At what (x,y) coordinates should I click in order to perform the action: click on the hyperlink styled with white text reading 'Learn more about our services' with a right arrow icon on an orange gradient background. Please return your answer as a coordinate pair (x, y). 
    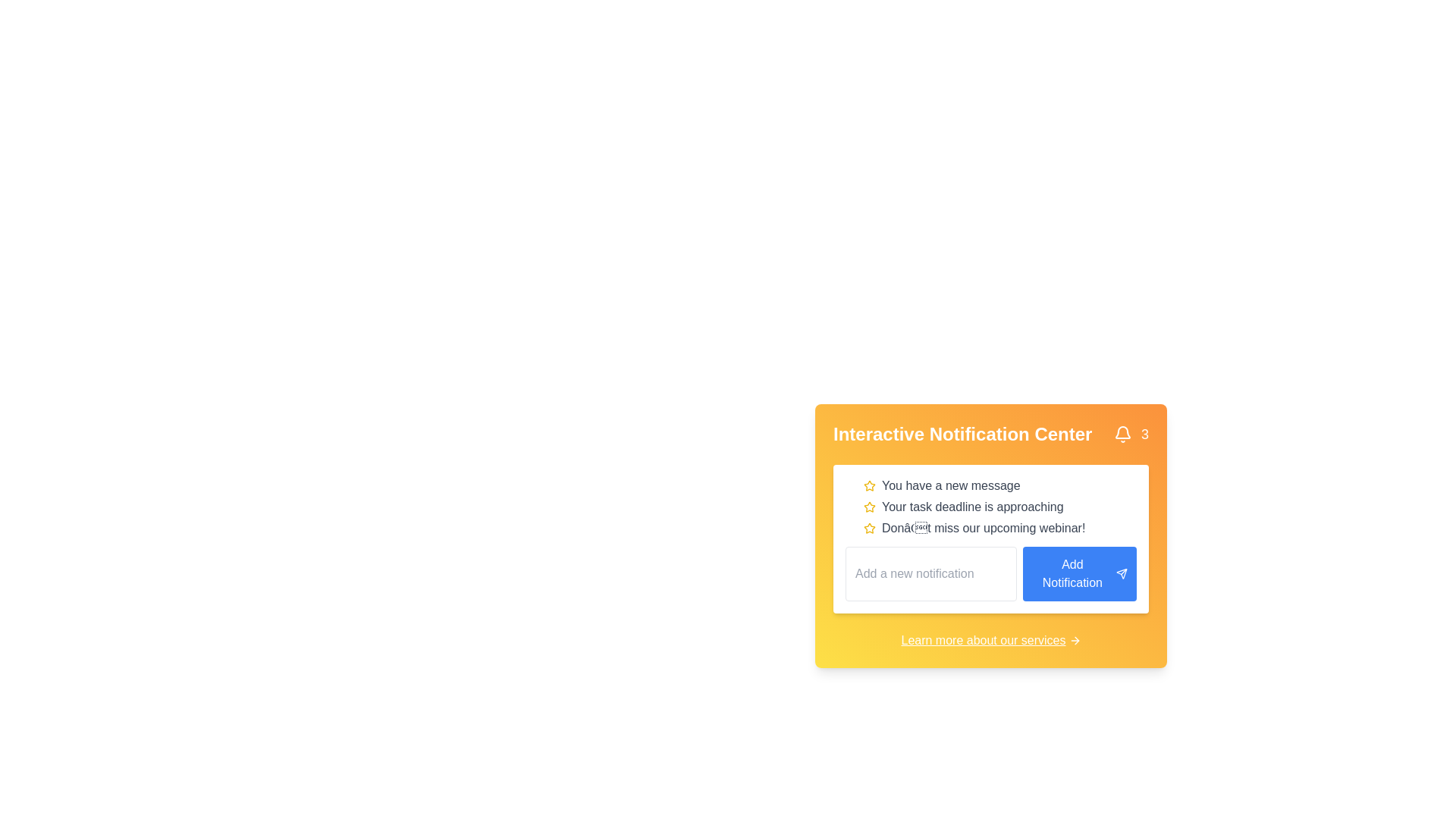
    Looking at the image, I should click on (990, 640).